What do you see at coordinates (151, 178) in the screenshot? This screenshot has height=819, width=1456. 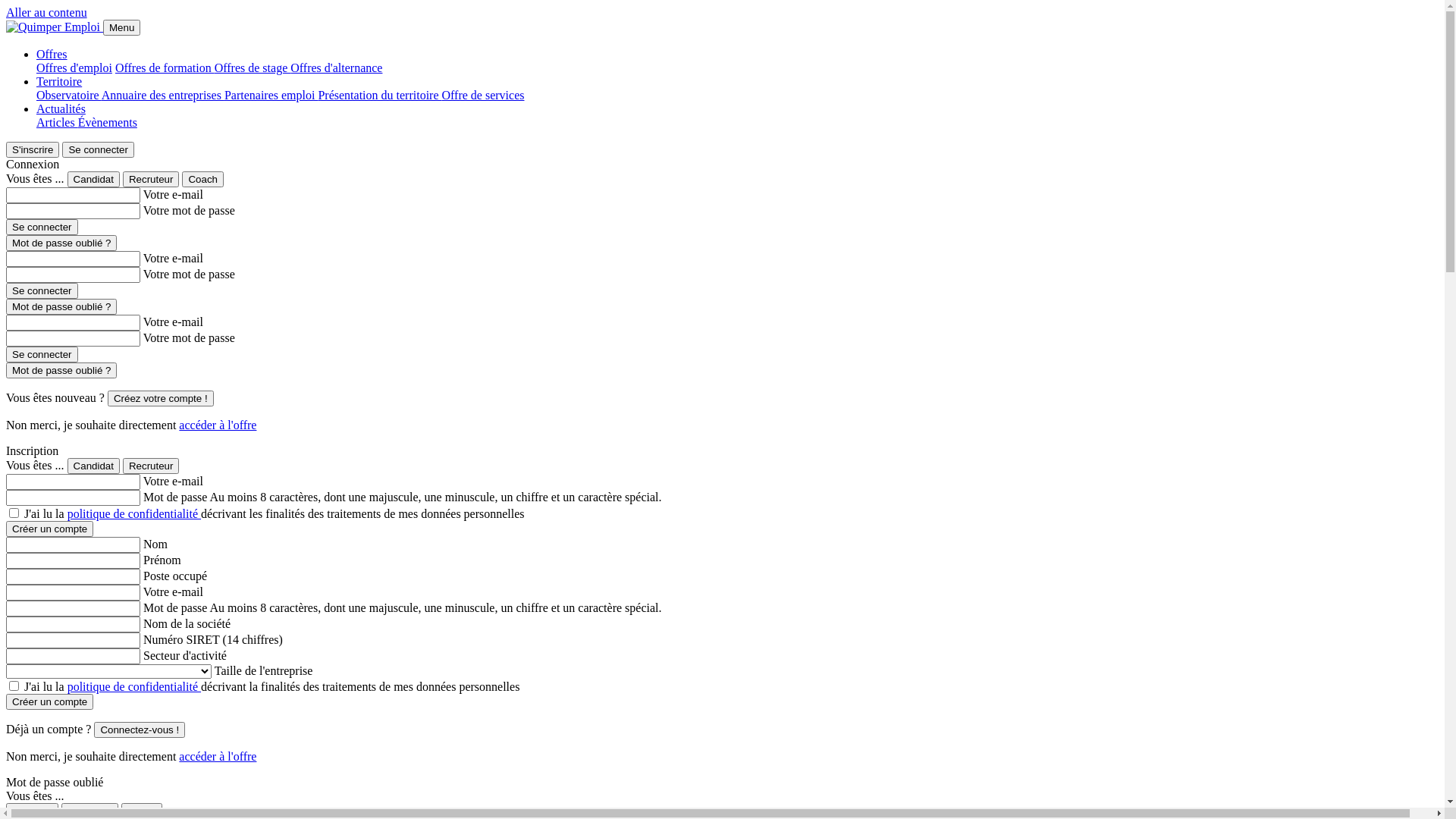 I see `'Recruteur'` at bounding box center [151, 178].